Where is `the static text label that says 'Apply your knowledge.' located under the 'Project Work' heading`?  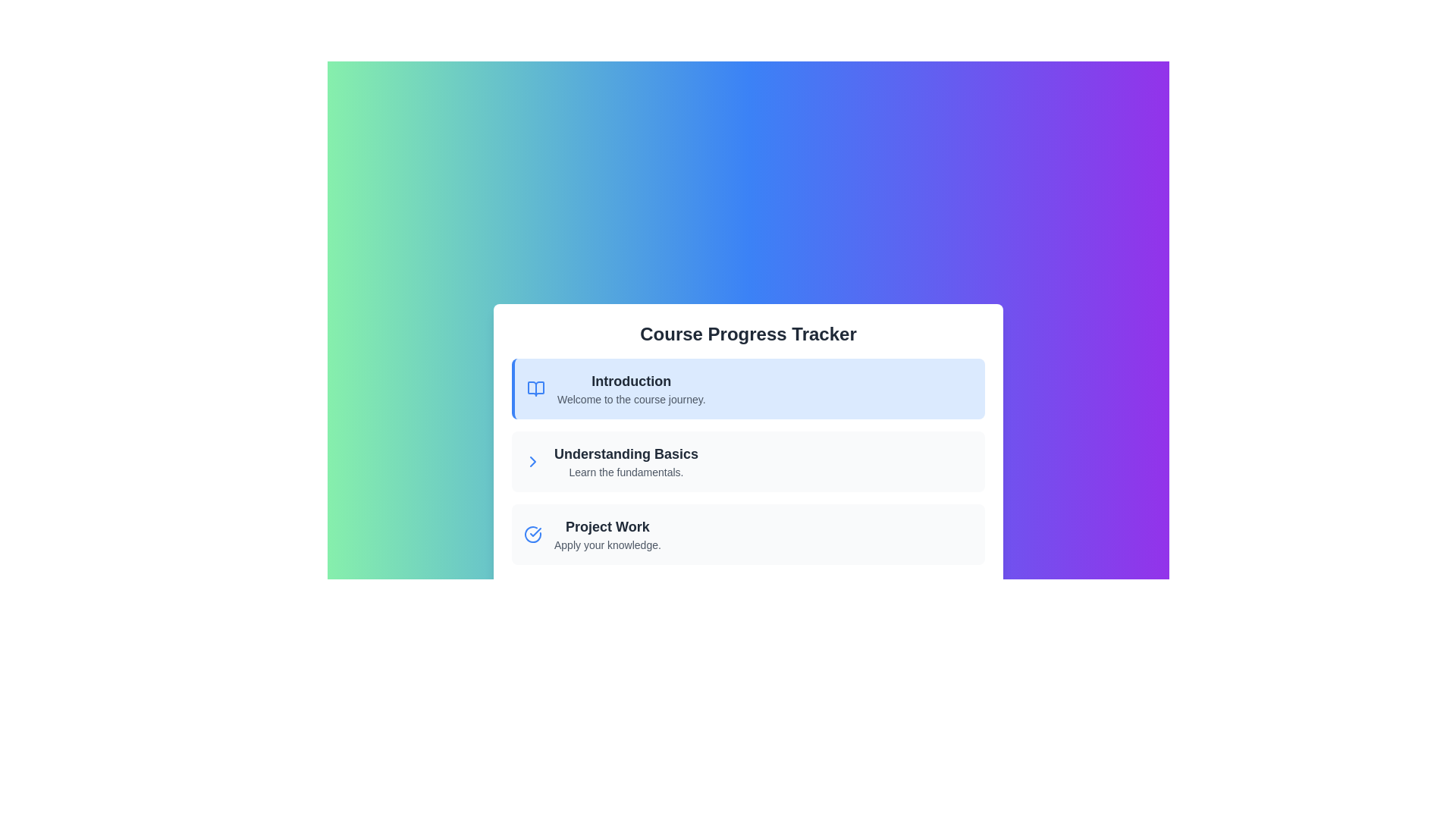 the static text label that says 'Apply your knowledge.' located under the 'Project Work' heading is located at coordinates (607, 544).